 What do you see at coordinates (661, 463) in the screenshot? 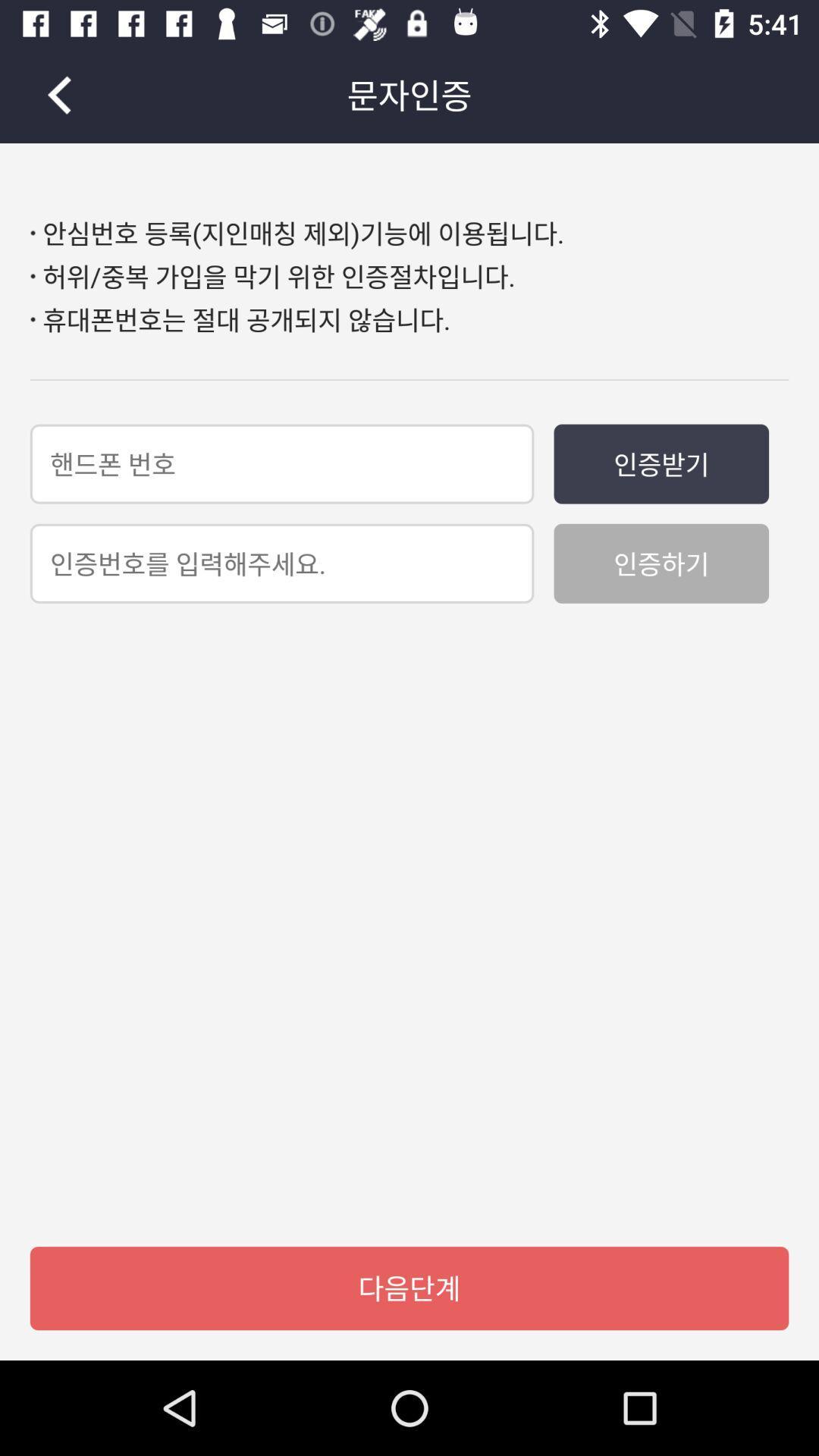
I see `the item at the top right corner` at bounding box center [661, 463].